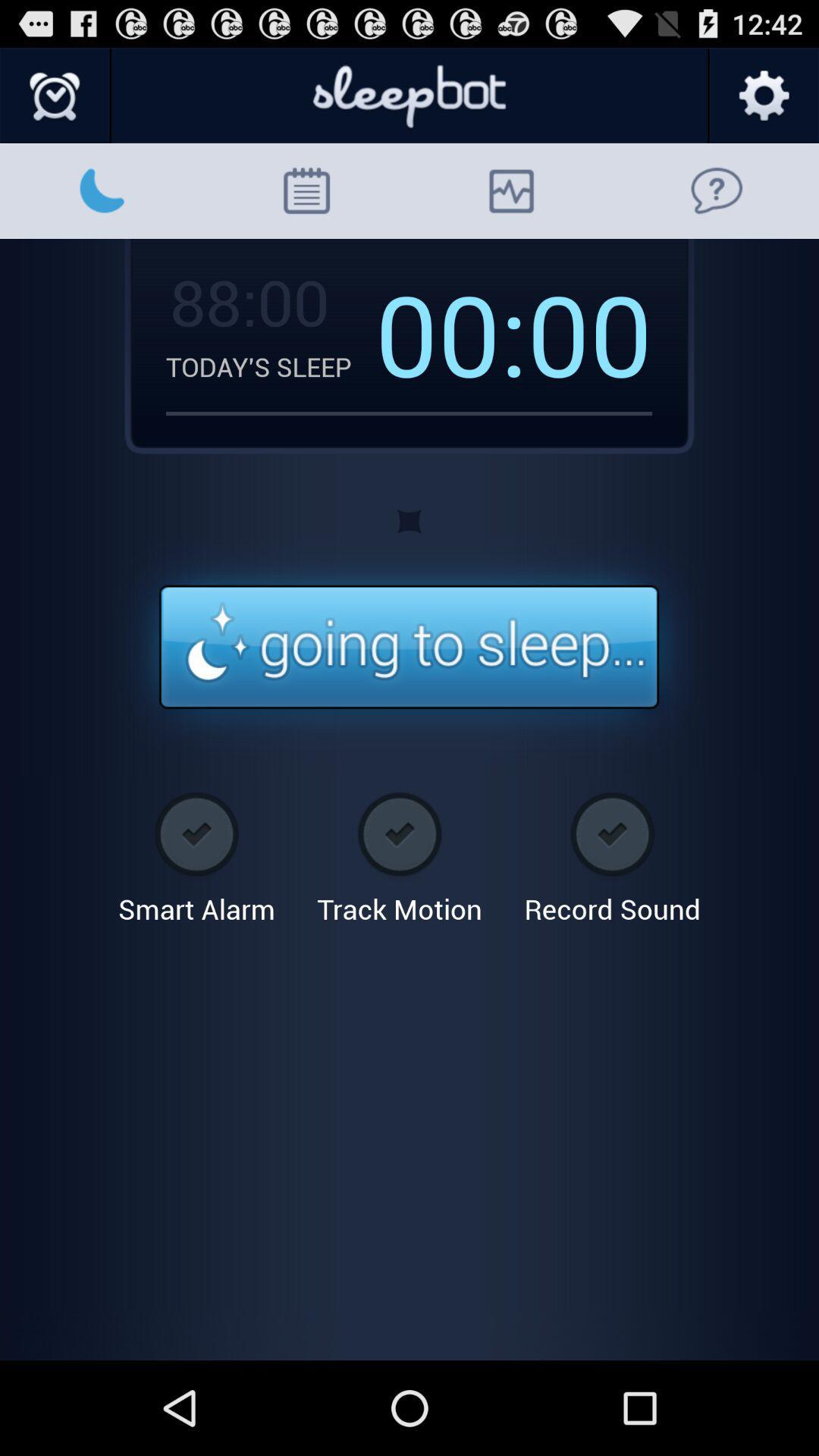 This screenshot has height=1456, width=819. What do you see at coordinates (270, 366) in the screenshot?
I see `the item next to the 00:` at bounding box center [270, 366].